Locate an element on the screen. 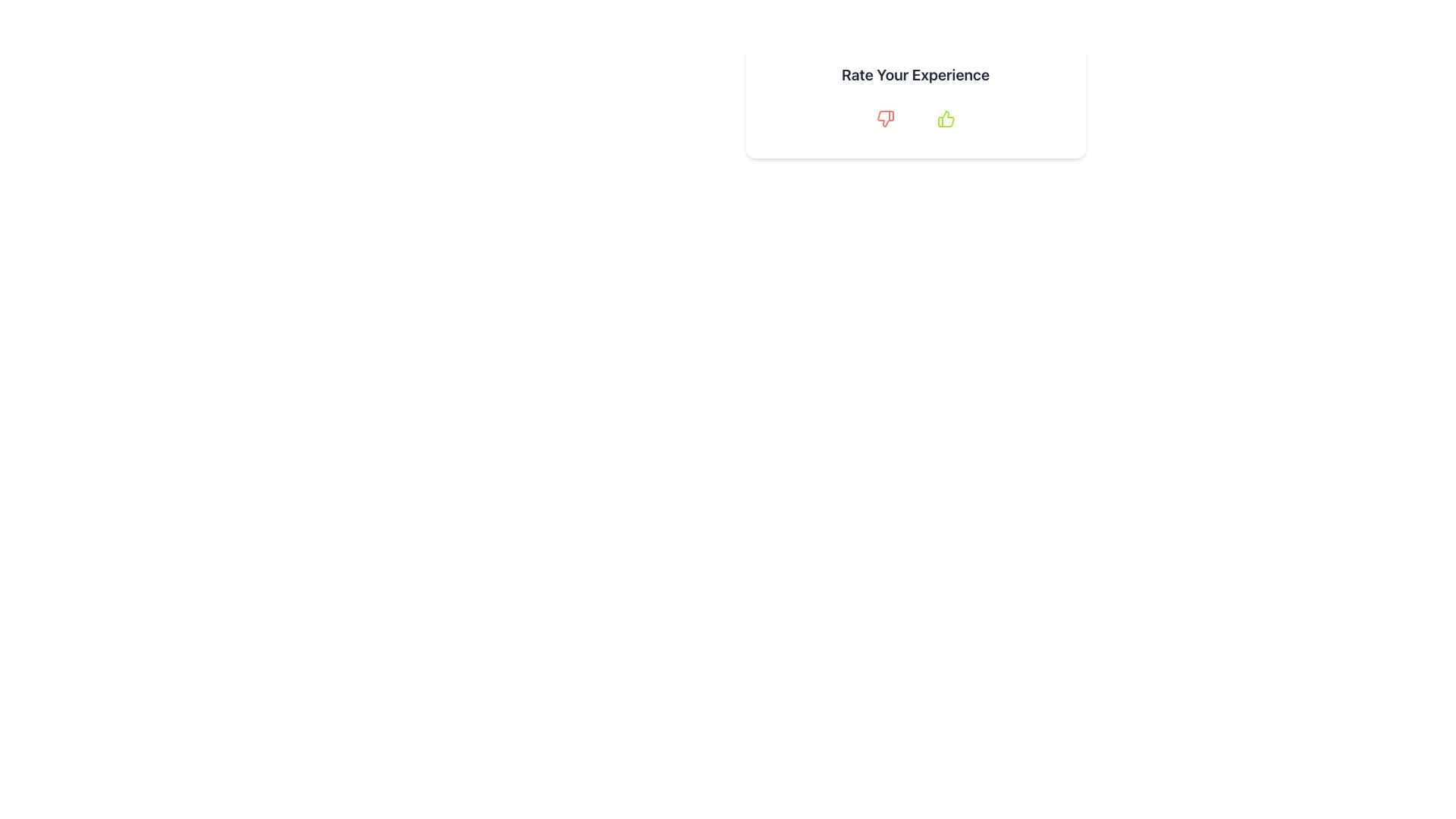 The image size is (1456, 819). the circular, icon-based button with a white background and a red 'thumbs-down' icon to provide negative feedback is located at coordinates (885, 118).